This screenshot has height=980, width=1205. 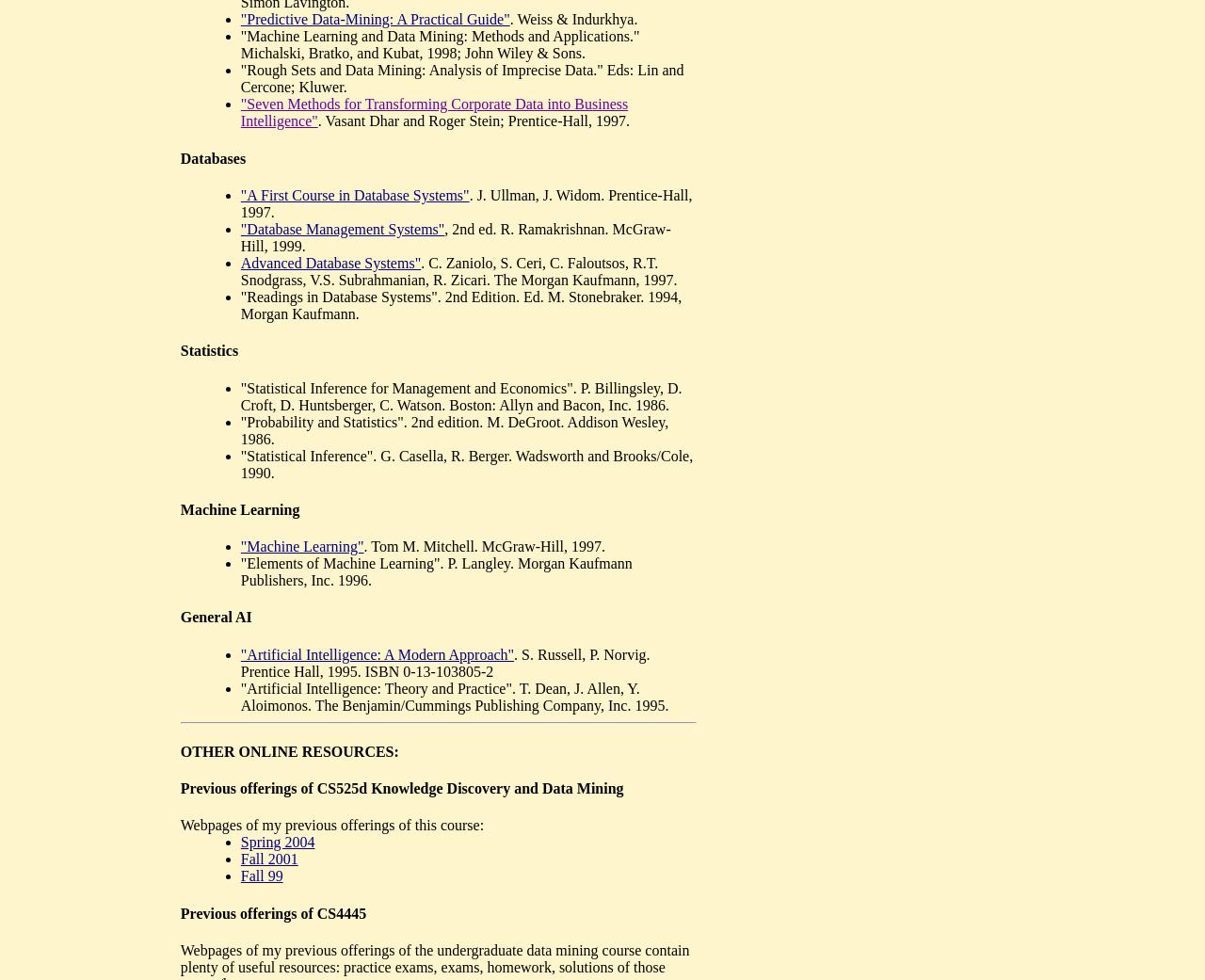 What do you see at coordinates (443, 661) in the screenshot?
I see `'. 
S. Russell, P. Norvig. 
Prentice Hall, 1995. ISBN 0-13-103805-2'` at bounding box center [443, 661].